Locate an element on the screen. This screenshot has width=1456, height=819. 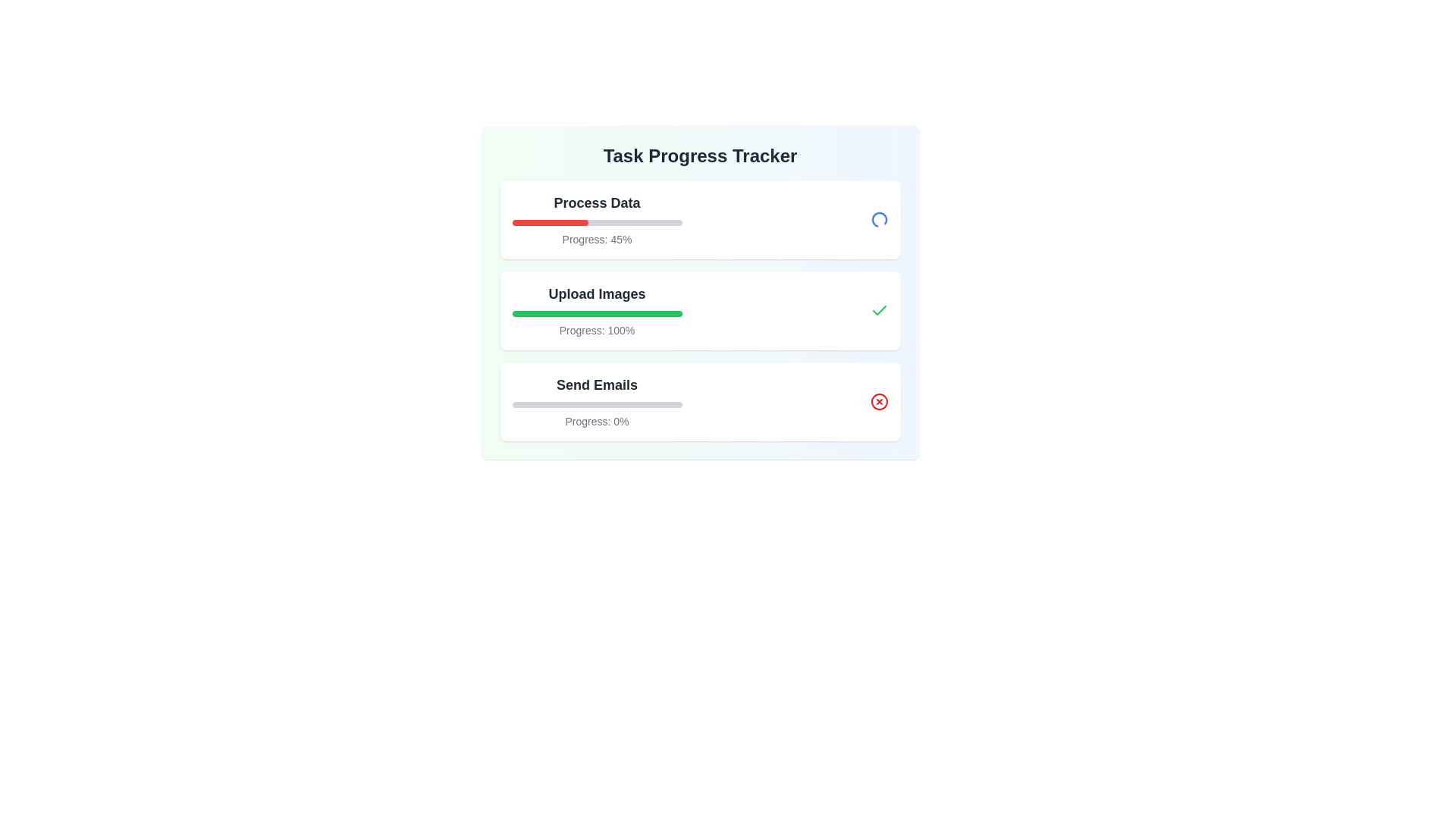
the completion status icon located in the 'Upload Images' status card, which is positioned at the right-hand corner of the card is located at coordinates (879, 309).